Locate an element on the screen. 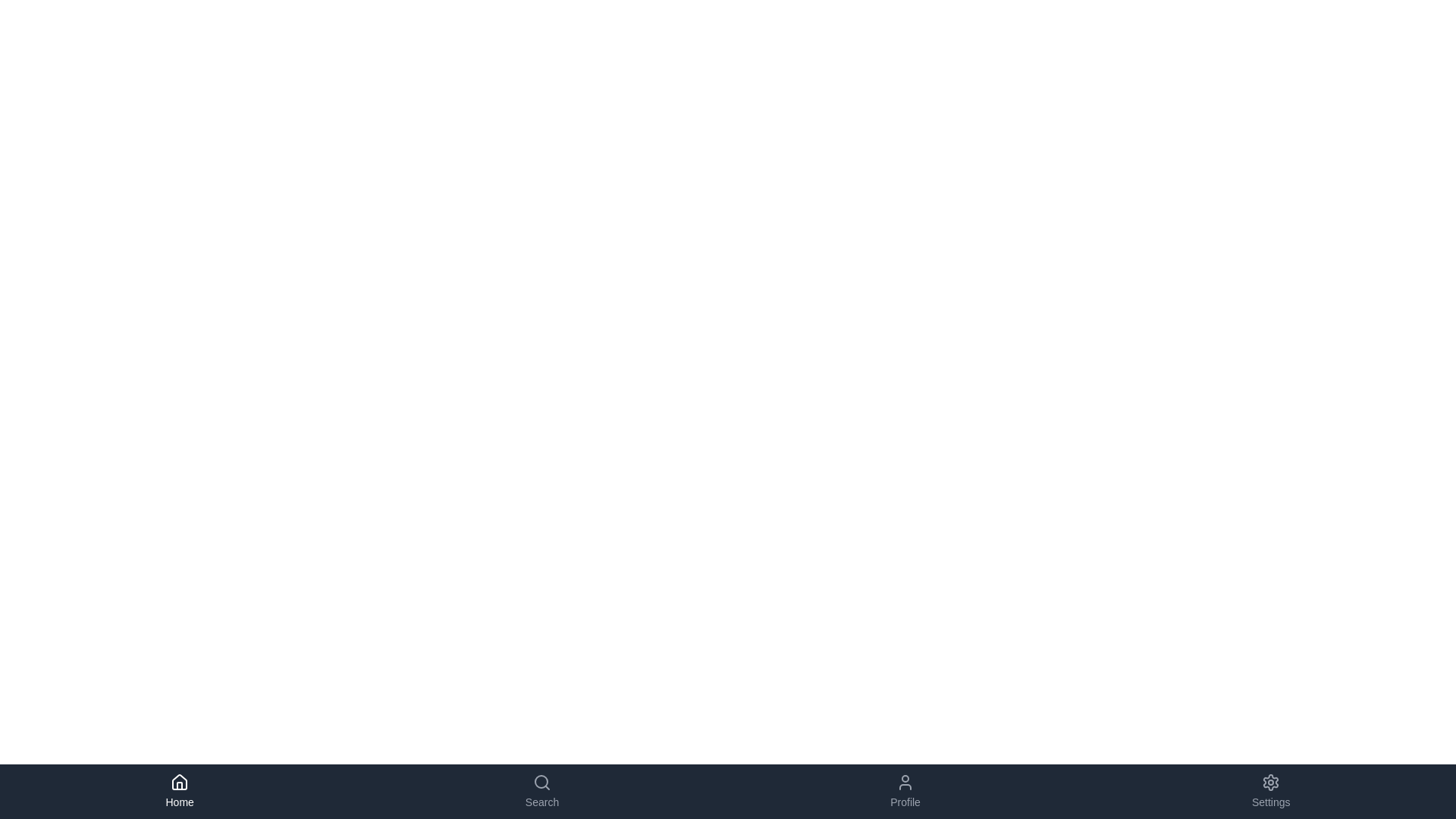  the 'Home' icon located in the bottom navigation bar, which symbolizes the application's homepage is located at coordinates (180, 782).